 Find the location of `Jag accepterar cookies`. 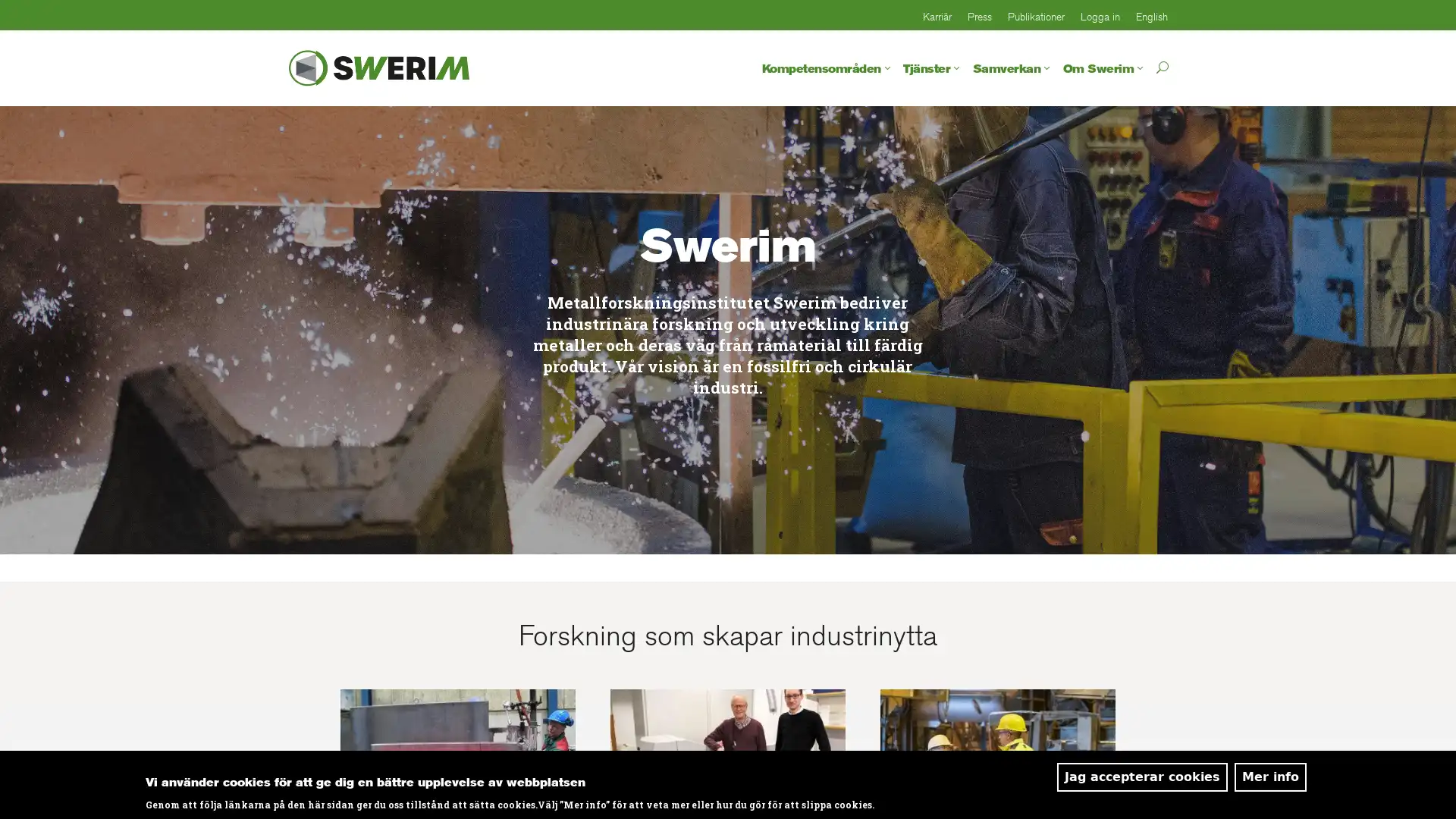

Jag accepterar cookies is located at coordinates (1142, 776).